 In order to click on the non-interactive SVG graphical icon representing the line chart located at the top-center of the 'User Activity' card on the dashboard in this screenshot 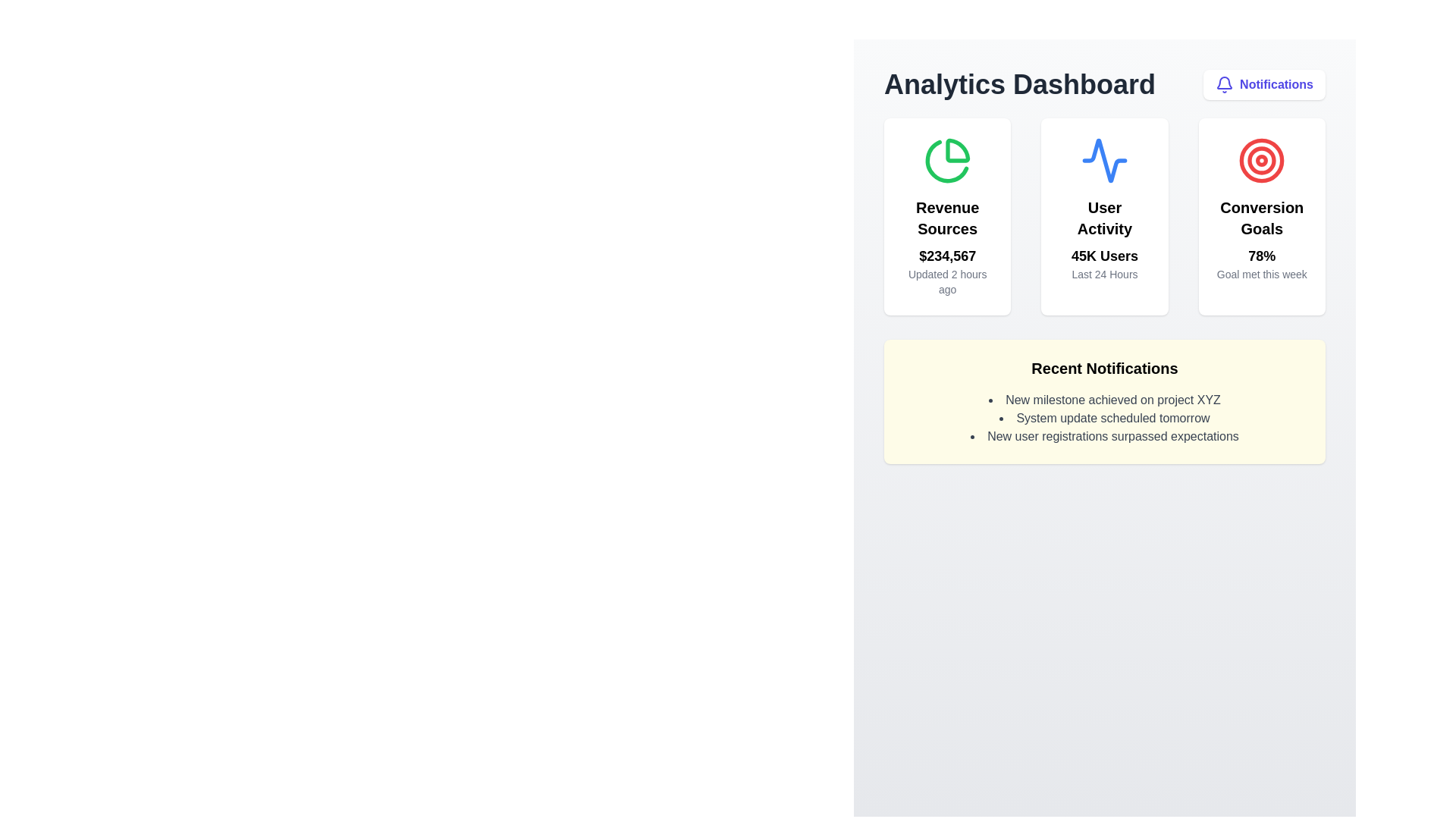, I will do `click(1104, 161)`.